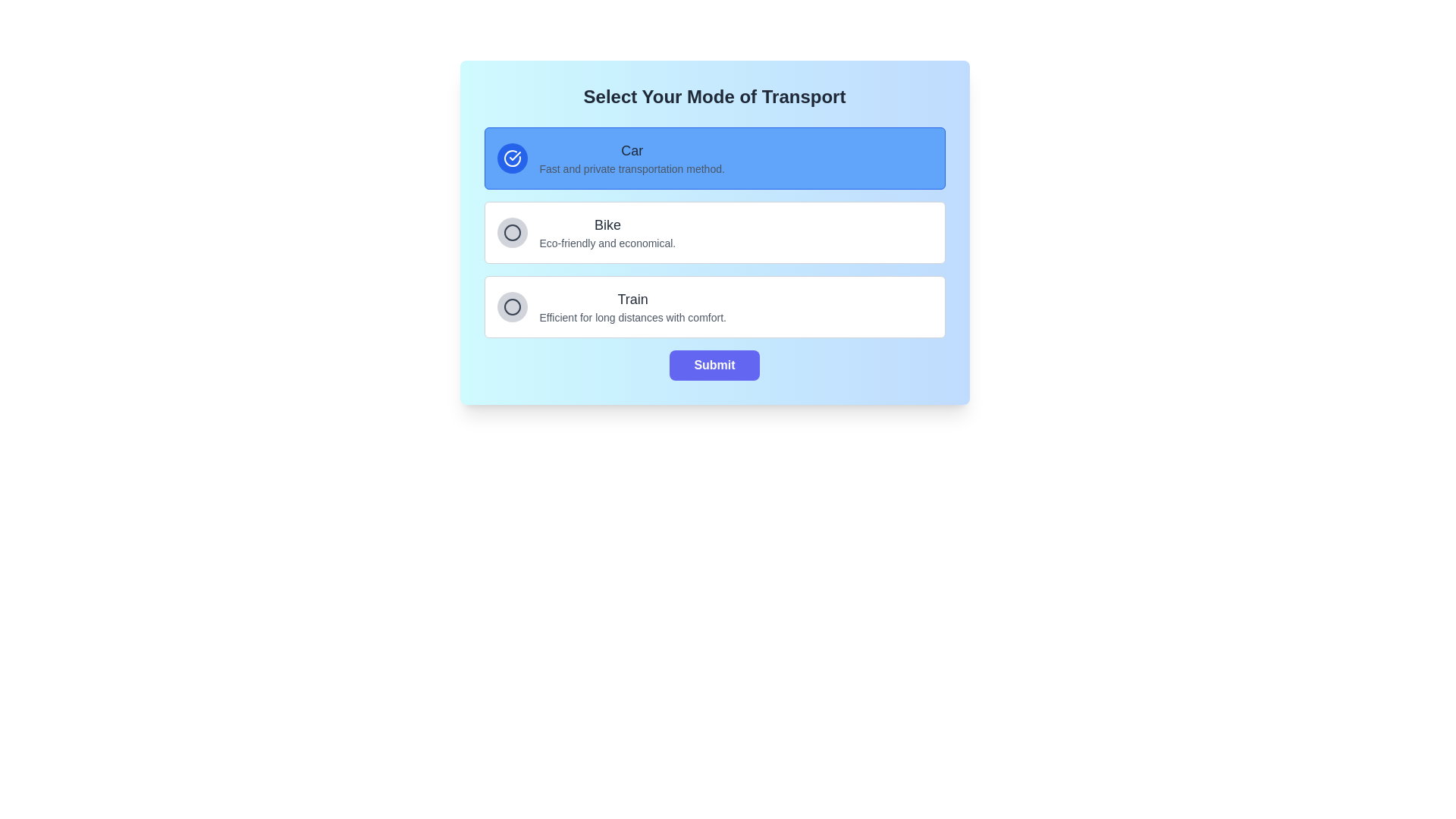 The image size is (1456, 819). I want to click on the label or heading that indicates the mode of transport in the list of transport modes, which is visually centered in the second row of options, so click(607, 225).